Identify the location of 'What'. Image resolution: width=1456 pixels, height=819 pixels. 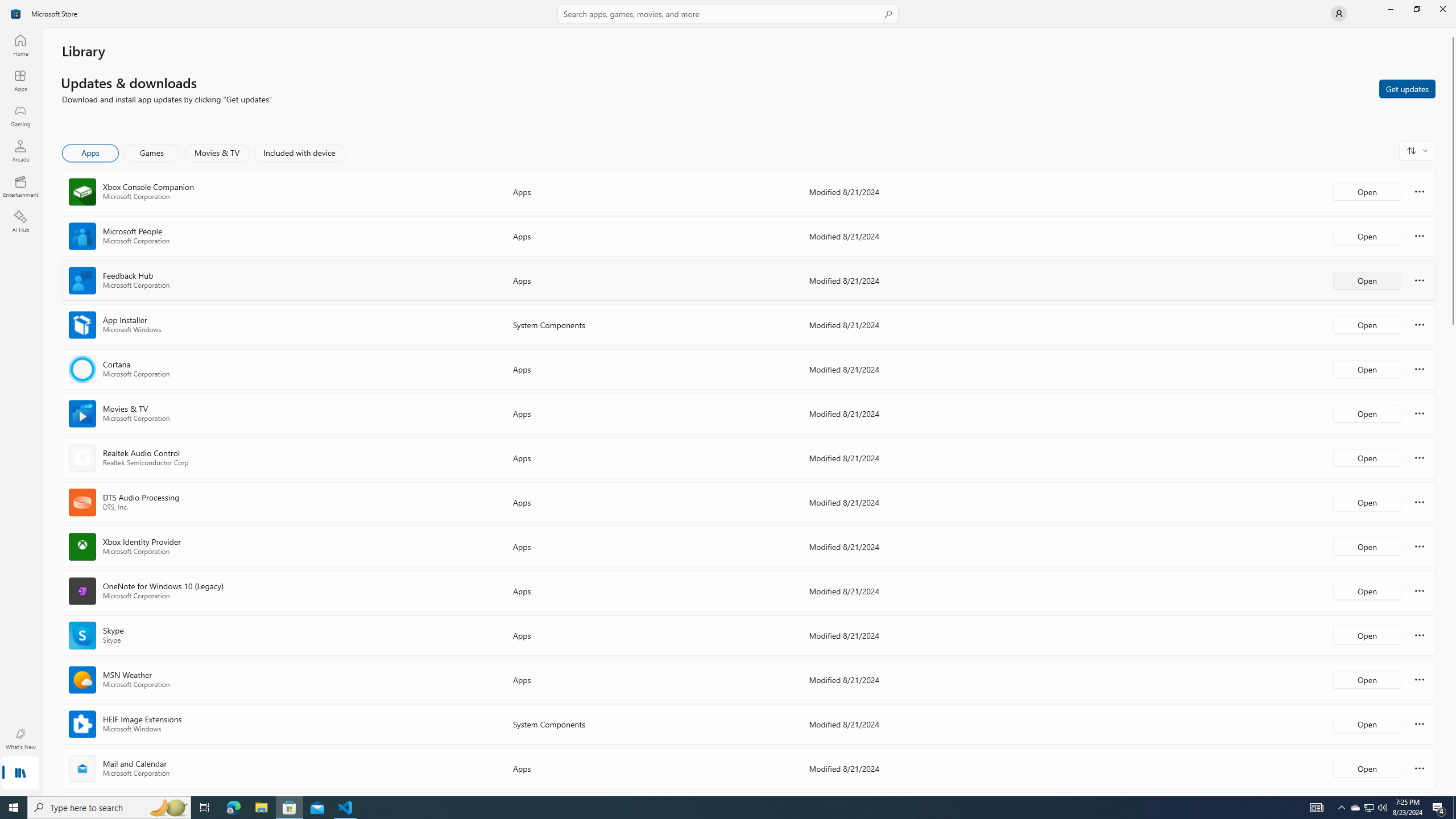
(19, 738).